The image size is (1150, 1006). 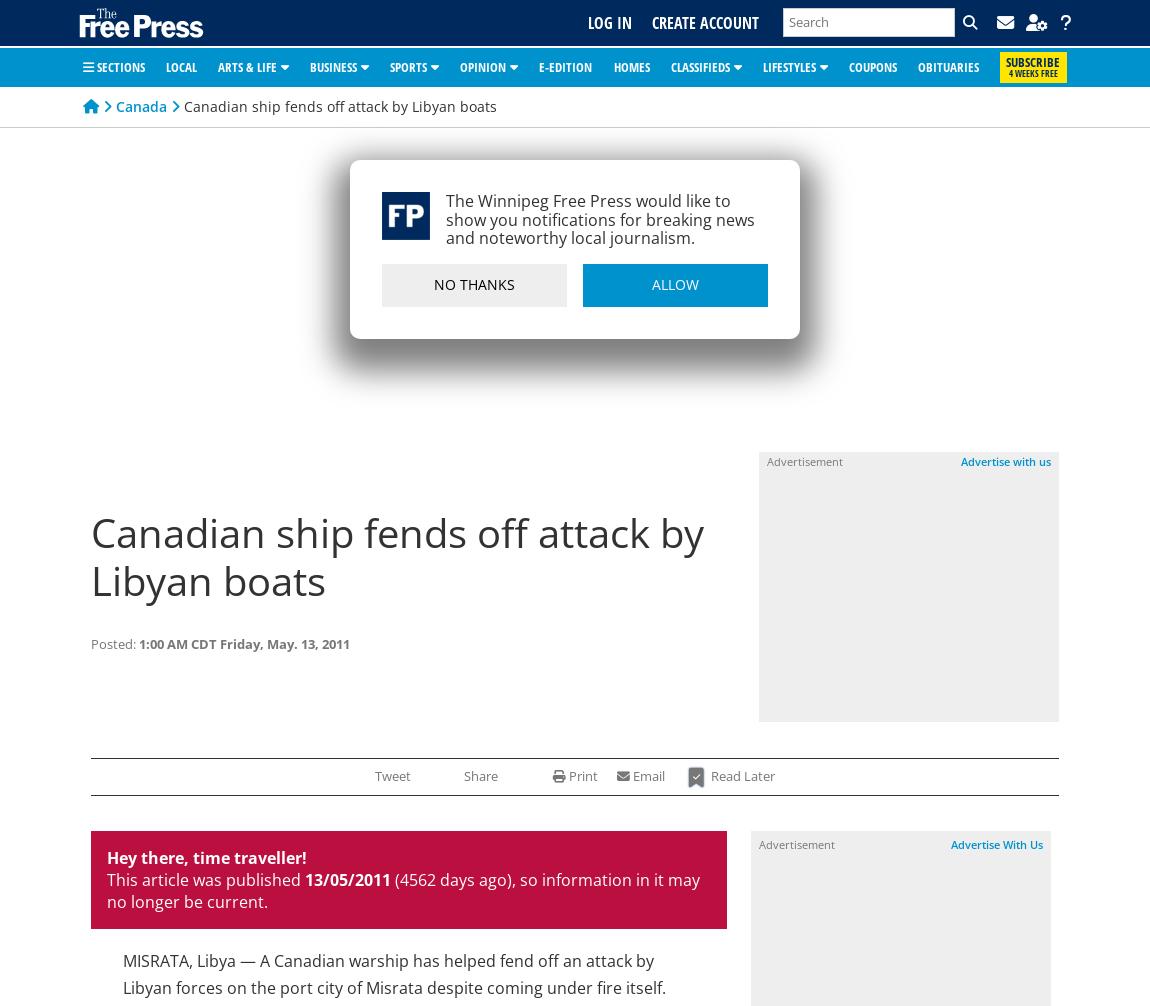 What do you see at coordinates (92, 65) in the screenshot?
I see `'Sections'` at bounding box center [92, 65].